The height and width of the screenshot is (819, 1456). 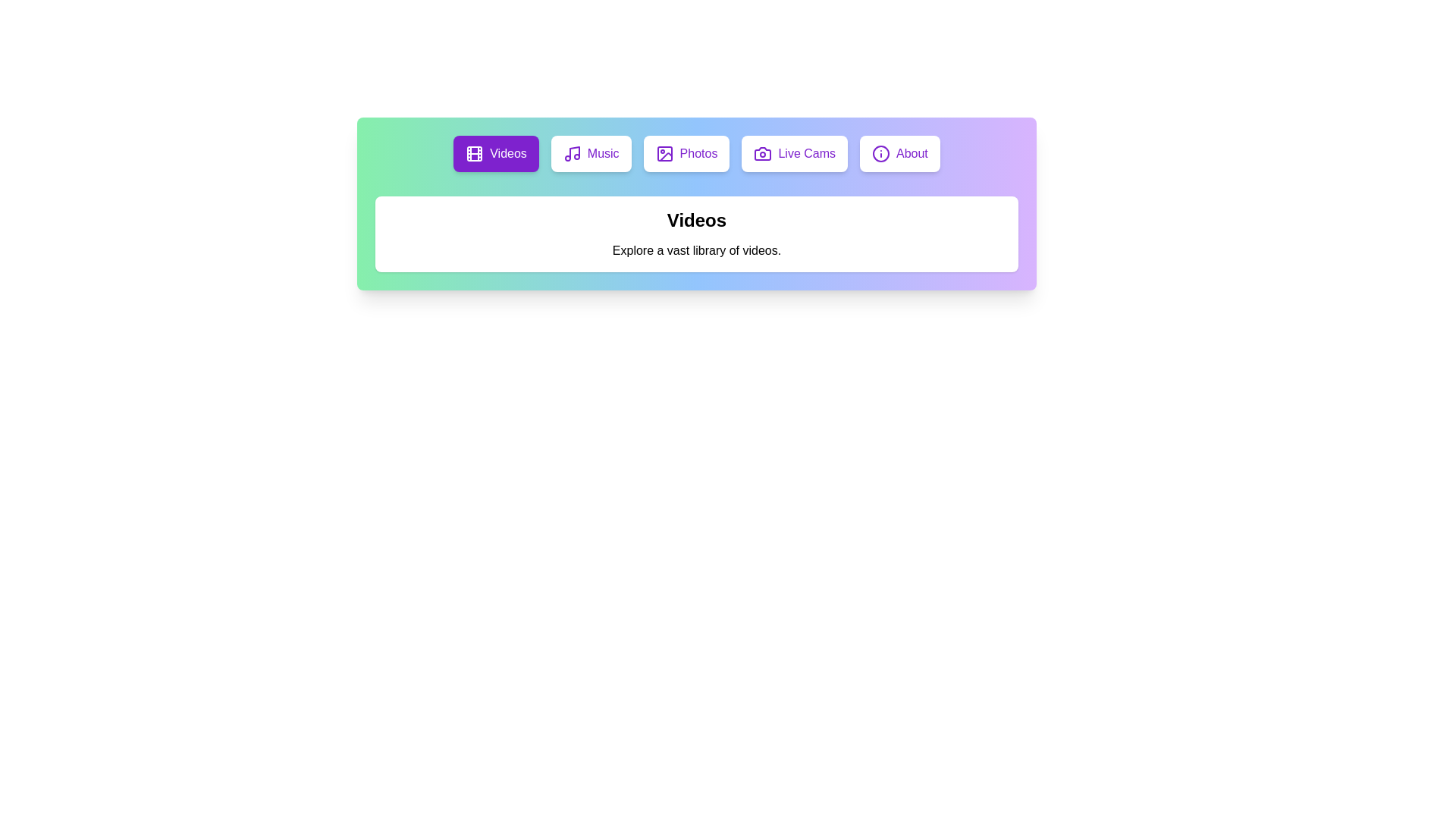 What do you see at coordinates (686, 154) in the screenshot?
I see `the Photos tab to view its content` at bounding box center [686, 154].